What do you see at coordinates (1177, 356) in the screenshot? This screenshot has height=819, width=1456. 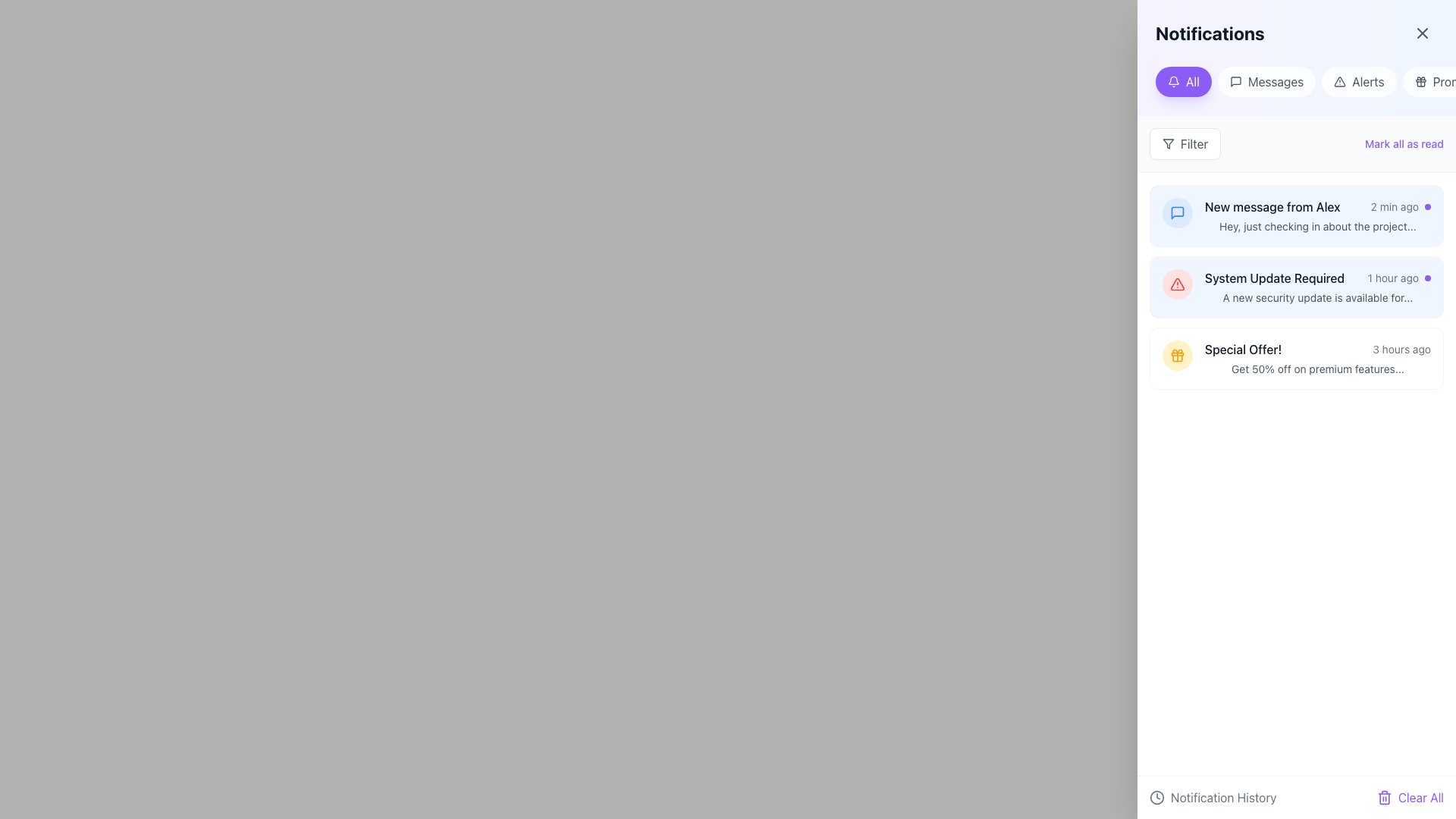 I see `the circular icon with a light yellow background and an orange gift box illustration, located in the leftmost column of the notification titled 'Special Offer!'` at bounding box center [1177, 356].